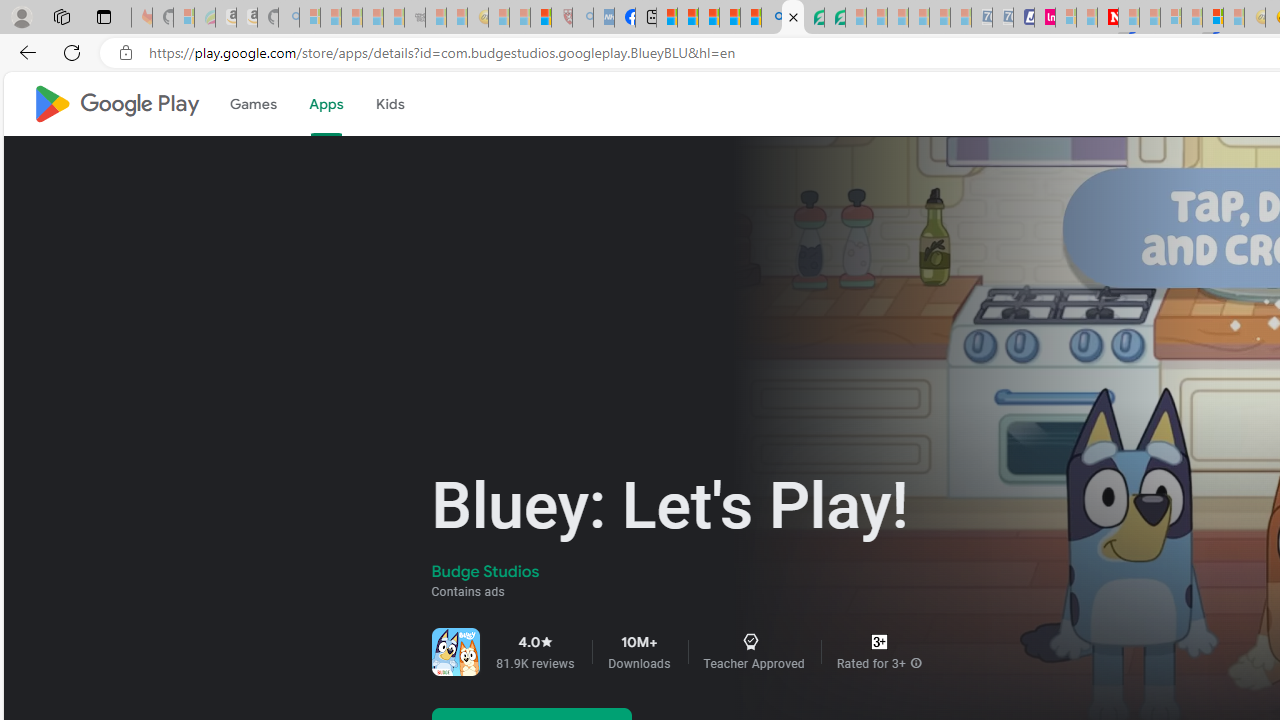  What do you see at coordinates (835, 17) in the screenshot?
I see `'Microsoft Word - consumer-privacy address update 2.2021'` at bounding box center [835, 17].